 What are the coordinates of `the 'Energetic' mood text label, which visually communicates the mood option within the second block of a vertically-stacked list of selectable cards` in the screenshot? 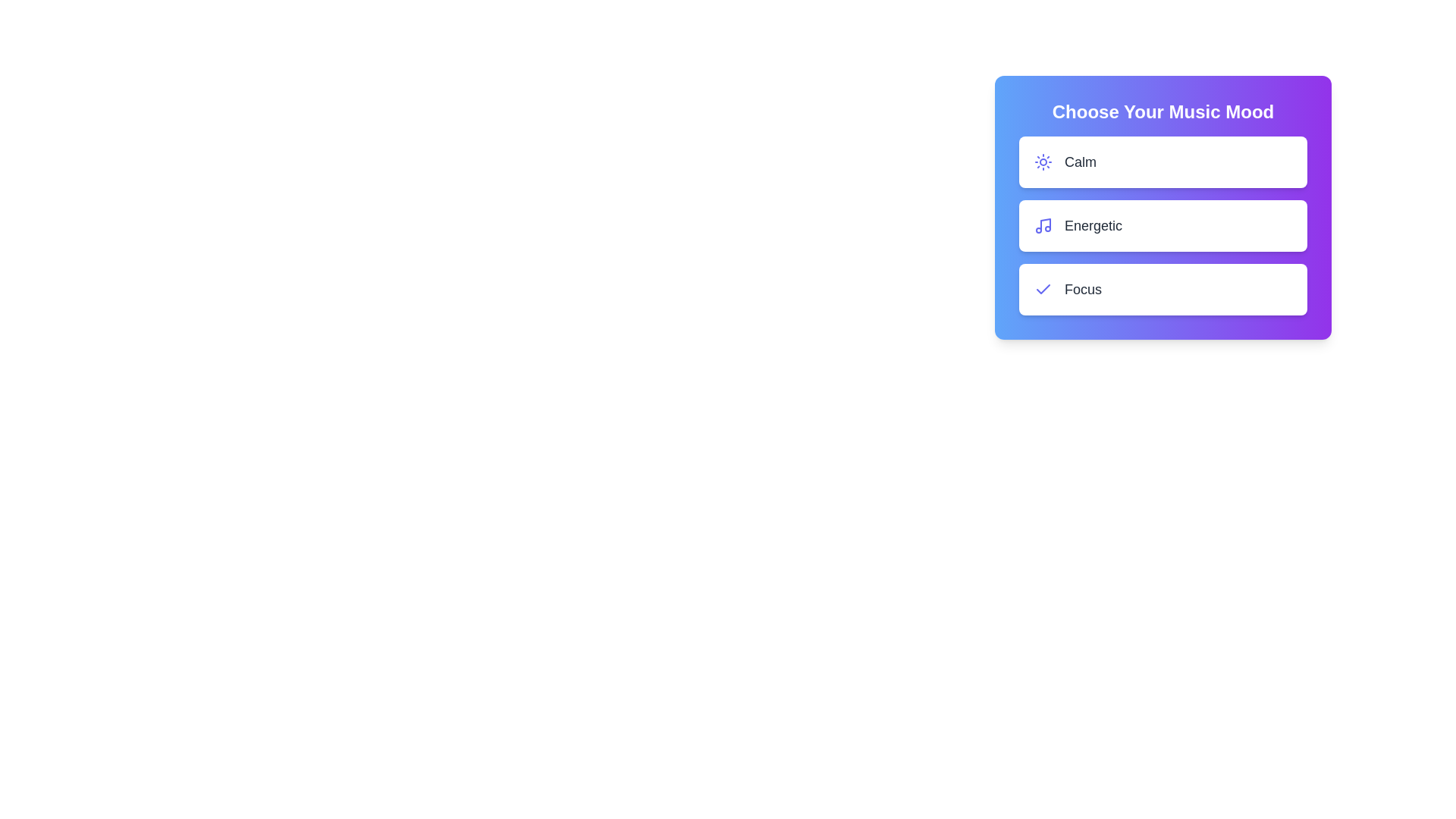 It's located at (1094, 225).